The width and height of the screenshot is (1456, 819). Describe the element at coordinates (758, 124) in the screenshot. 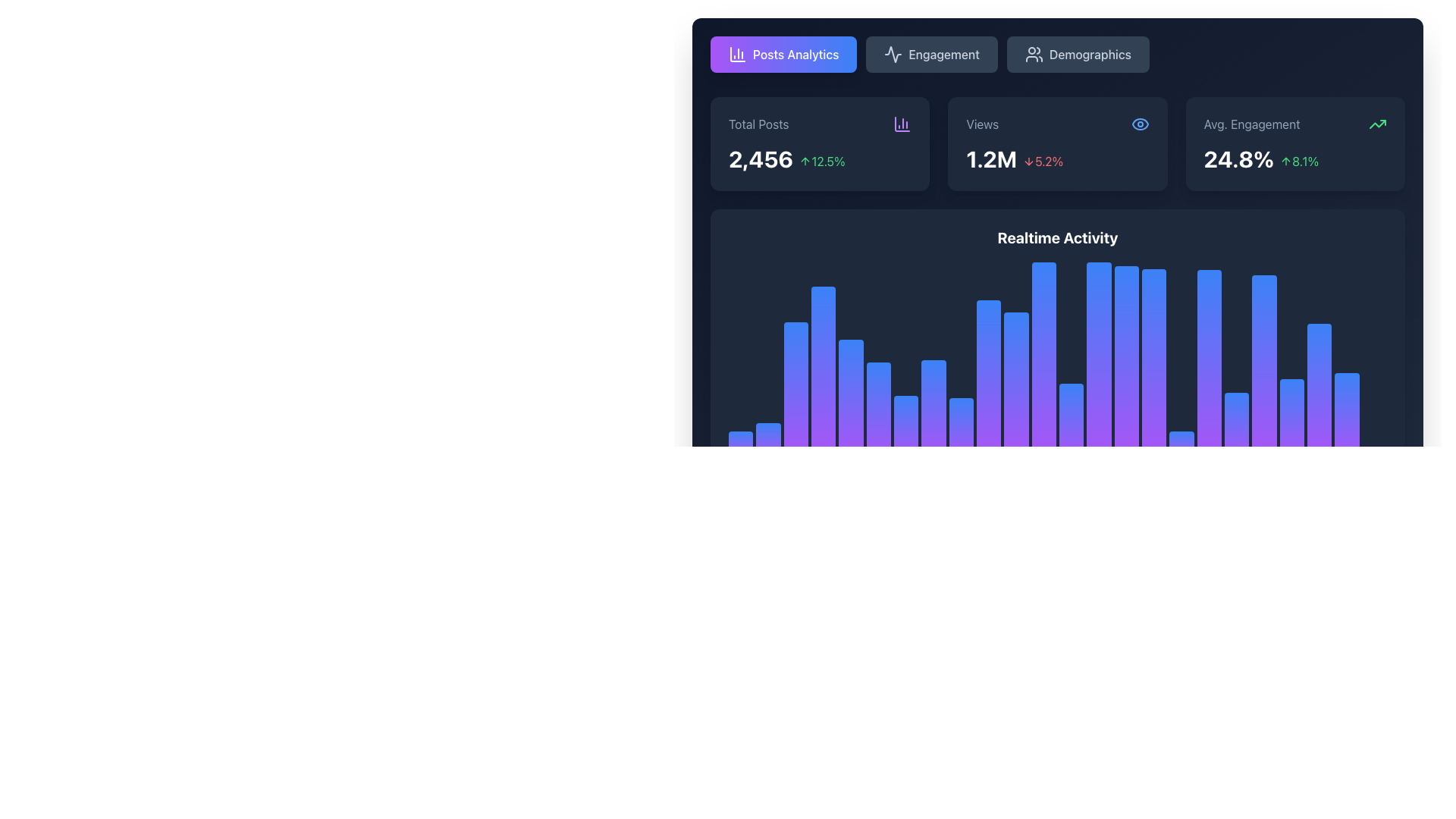

I see `the 'Total Posts' text label displayed in light gray against a dark blue background, located above the number '2,456' and to the left of a column chart icon` at that location.